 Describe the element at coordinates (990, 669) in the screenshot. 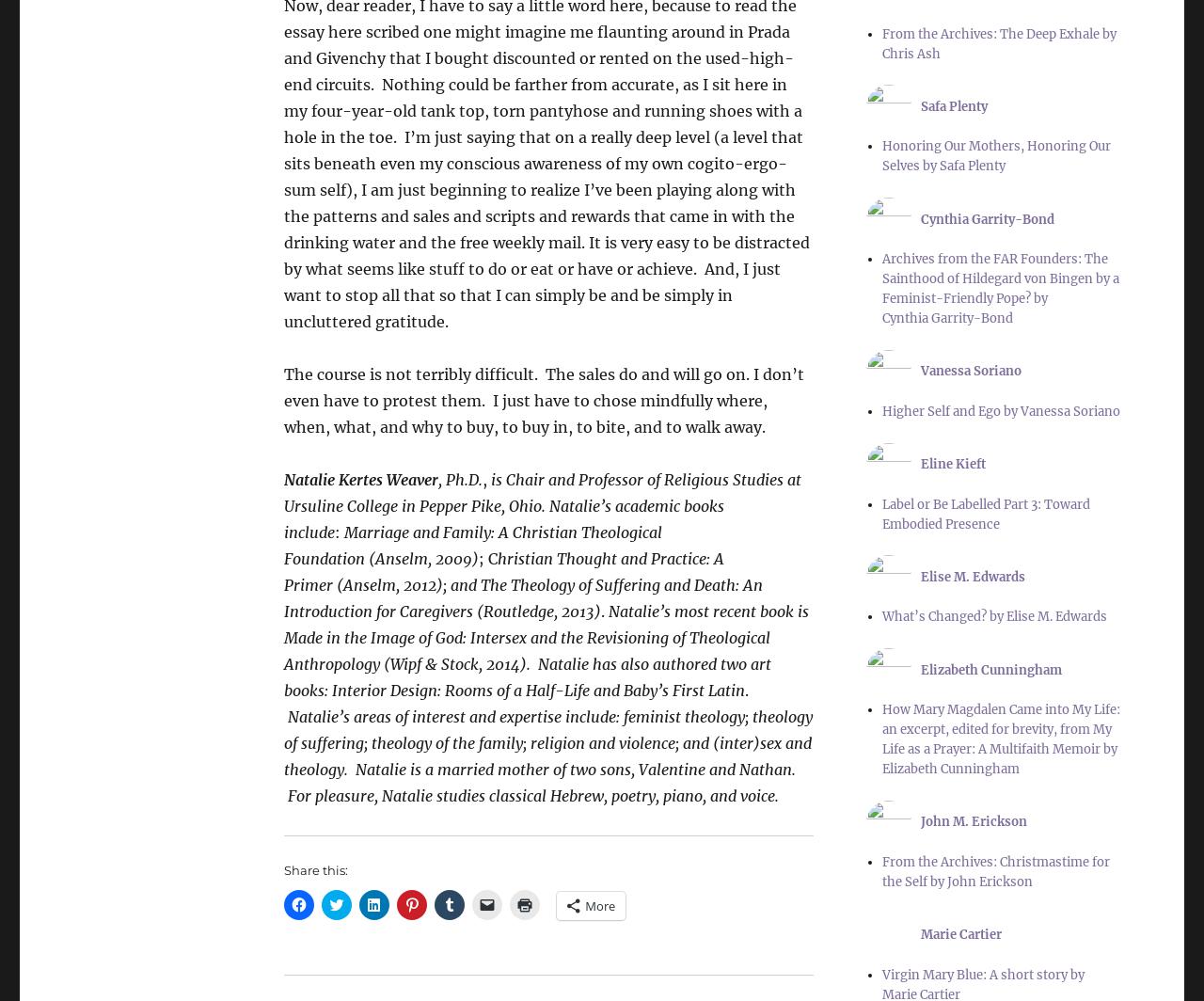

I see `'Elizabeth Cunningham'` at that location.